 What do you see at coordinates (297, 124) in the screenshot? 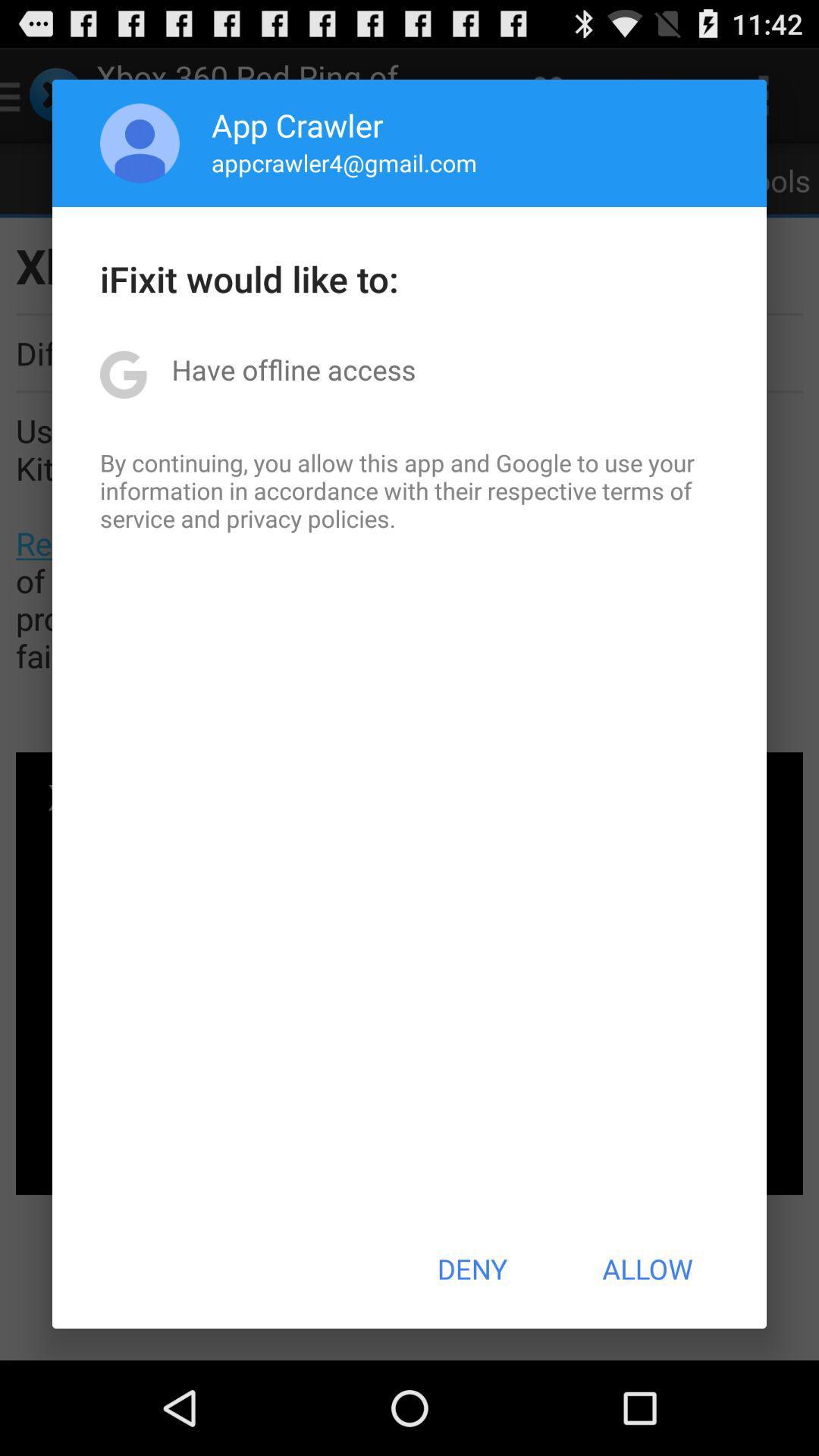
I see `icon above appcrawler4@gmail.com app` at bounding box center [297, 124].